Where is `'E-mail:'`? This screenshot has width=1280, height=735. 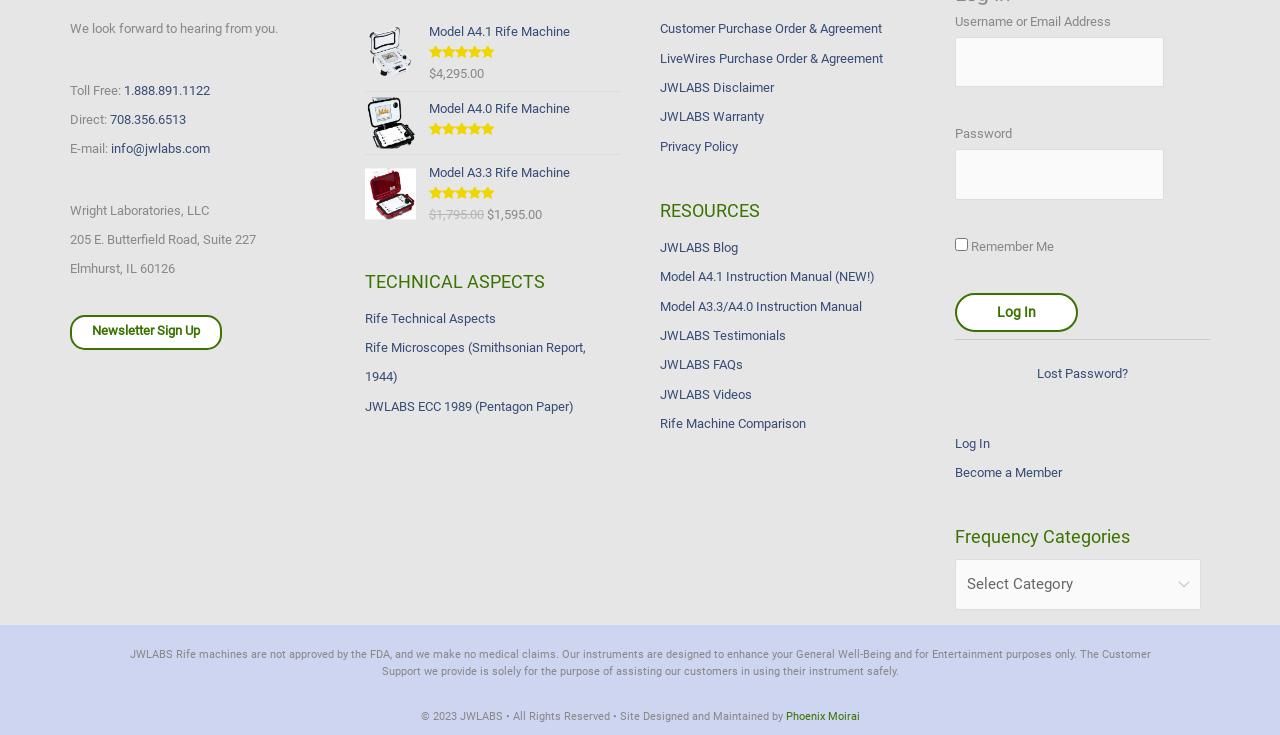
'E-mail:' is located at coordinates (89, 147).